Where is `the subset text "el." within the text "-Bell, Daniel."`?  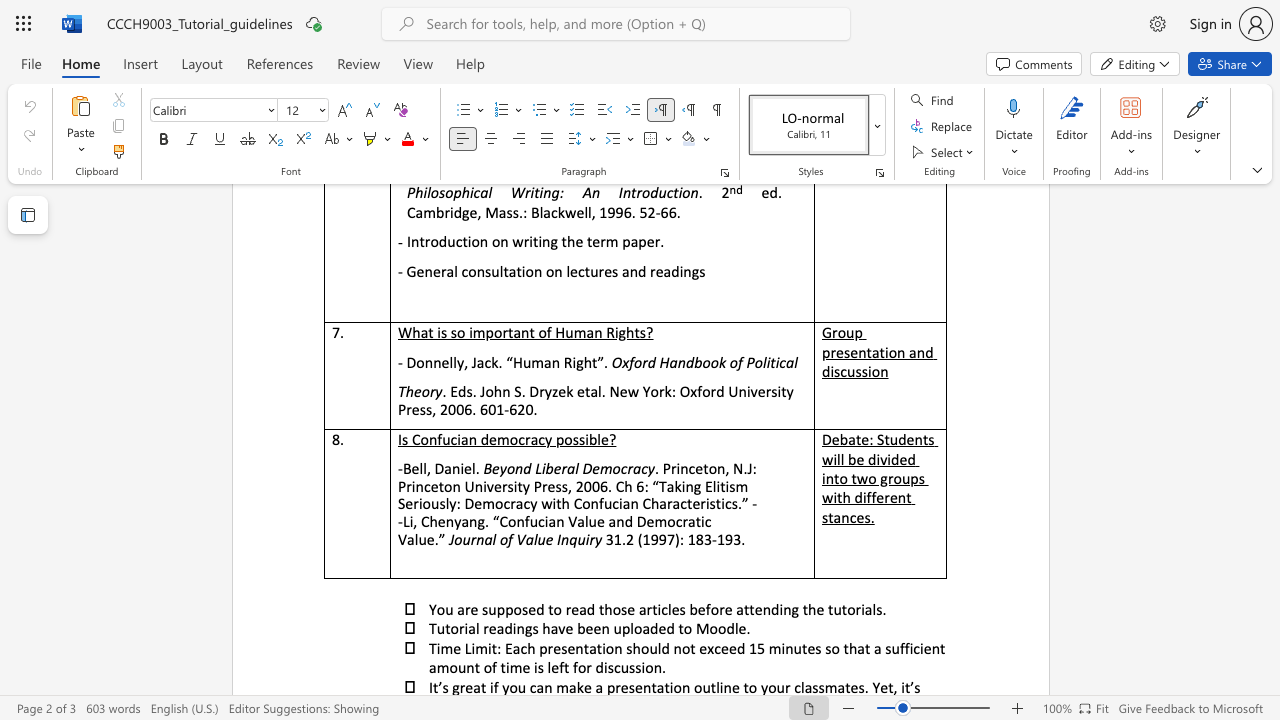
the subset text "el." within the text "-Bell, Daniel." is located at coordinates (463, 468).